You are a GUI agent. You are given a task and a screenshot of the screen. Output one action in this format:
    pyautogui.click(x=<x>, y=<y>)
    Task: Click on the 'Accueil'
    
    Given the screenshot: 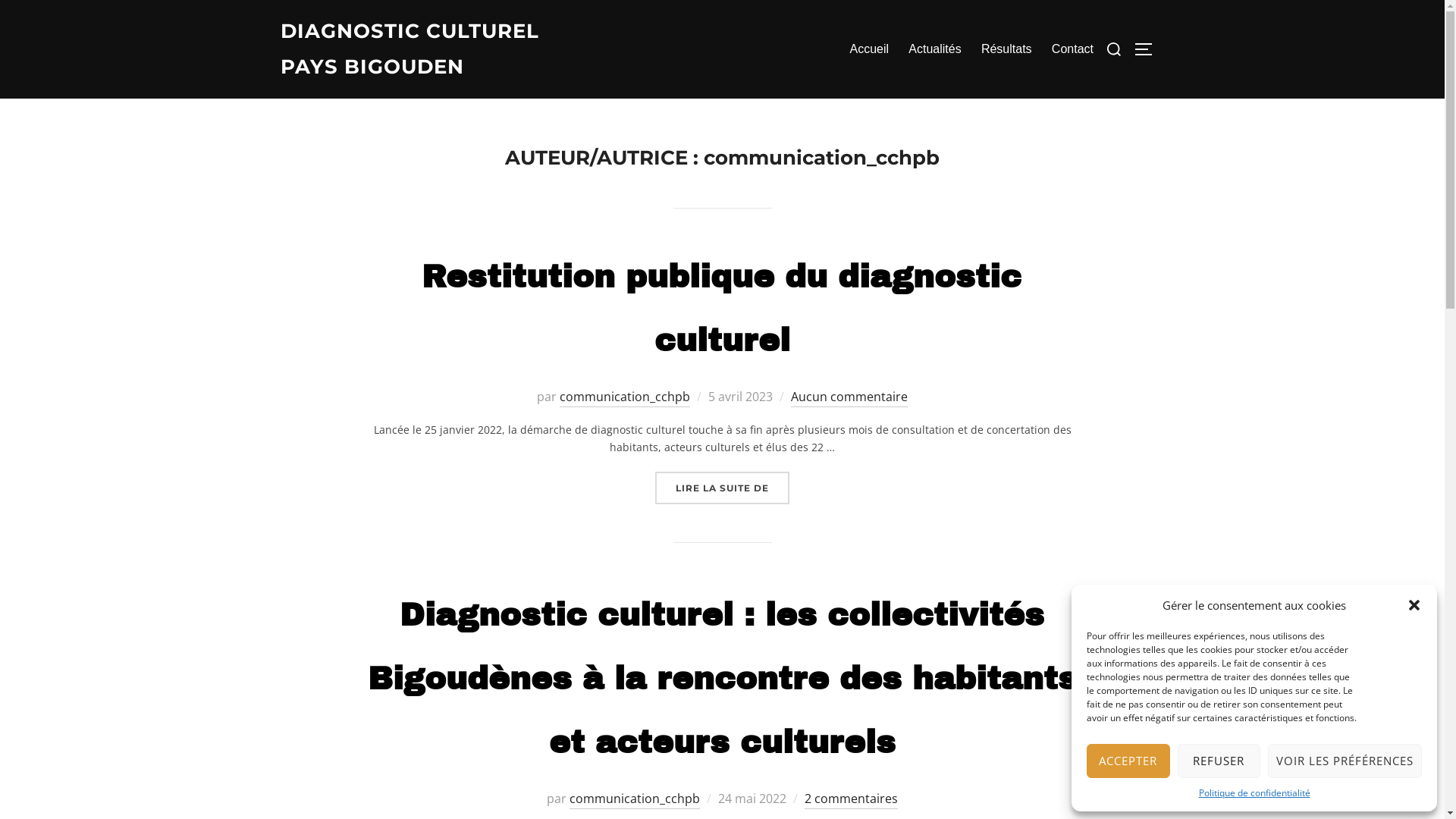 What is the action you would take?
    pyautogui.click(x=869, y=49)
    